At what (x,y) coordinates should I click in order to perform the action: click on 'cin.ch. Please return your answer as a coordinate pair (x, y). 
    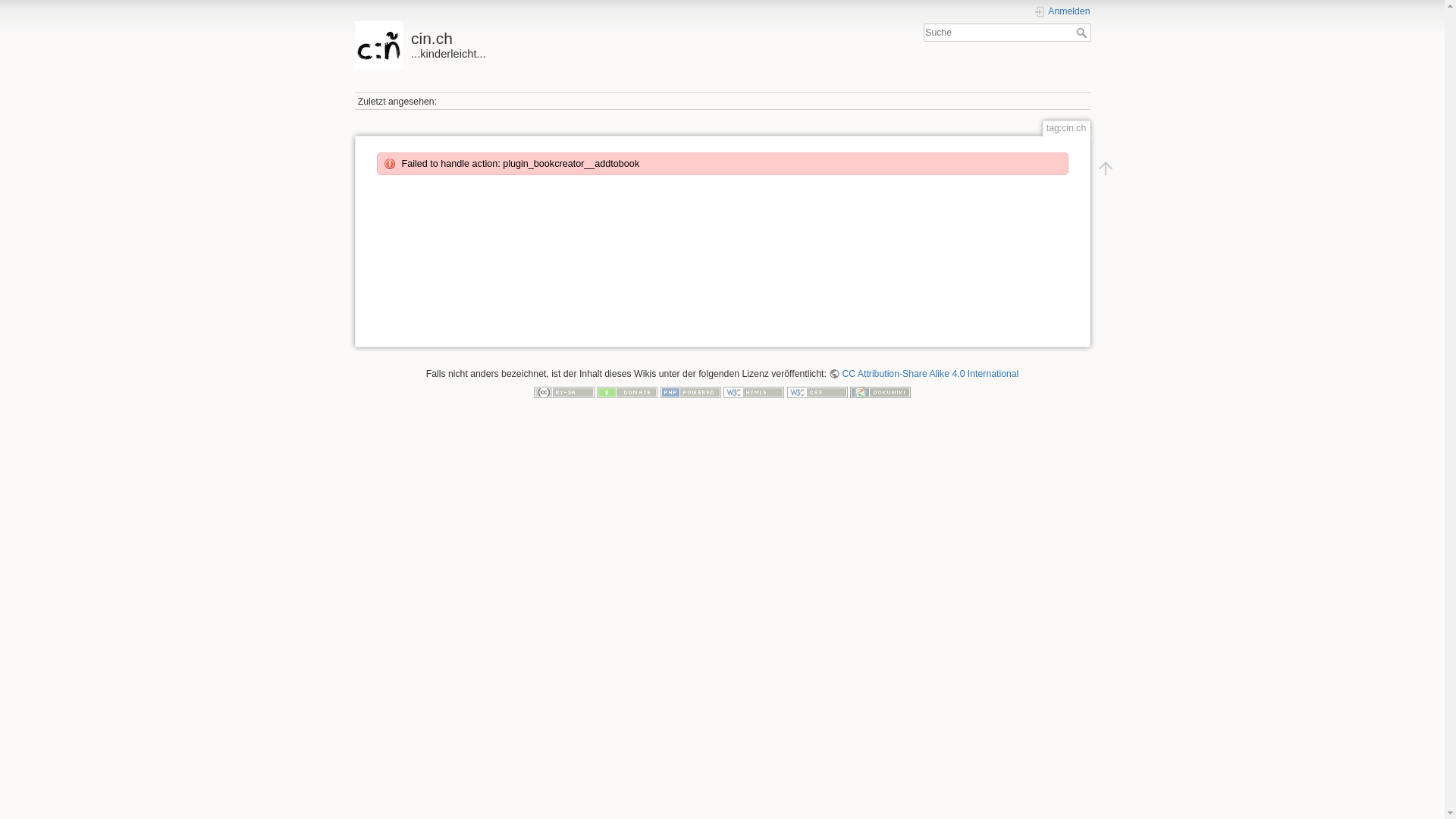
    Looking at the image, I should click on (353, 40).